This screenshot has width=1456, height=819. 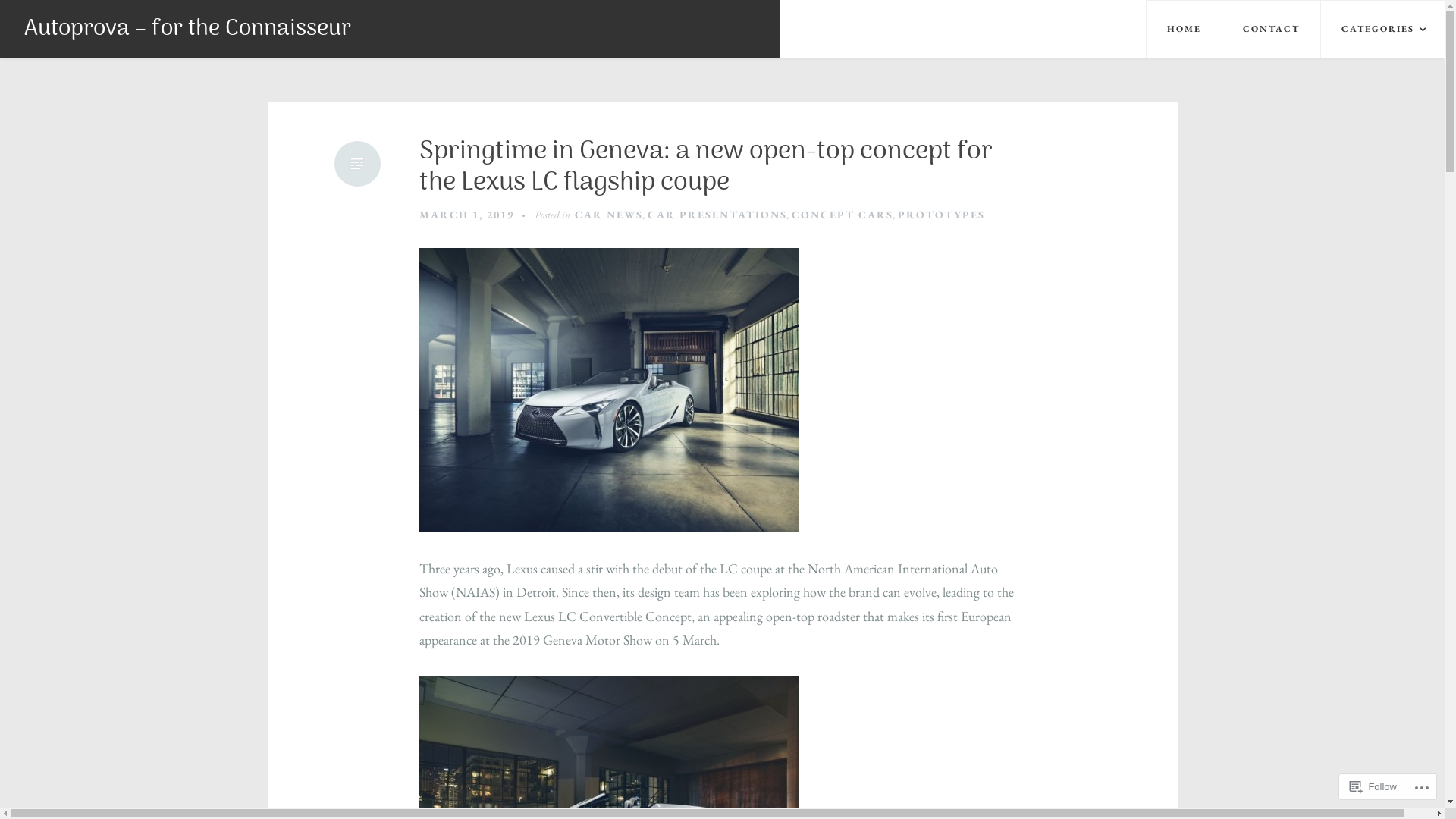 I want to click on 'Follow', so click(x=1373, y=786).